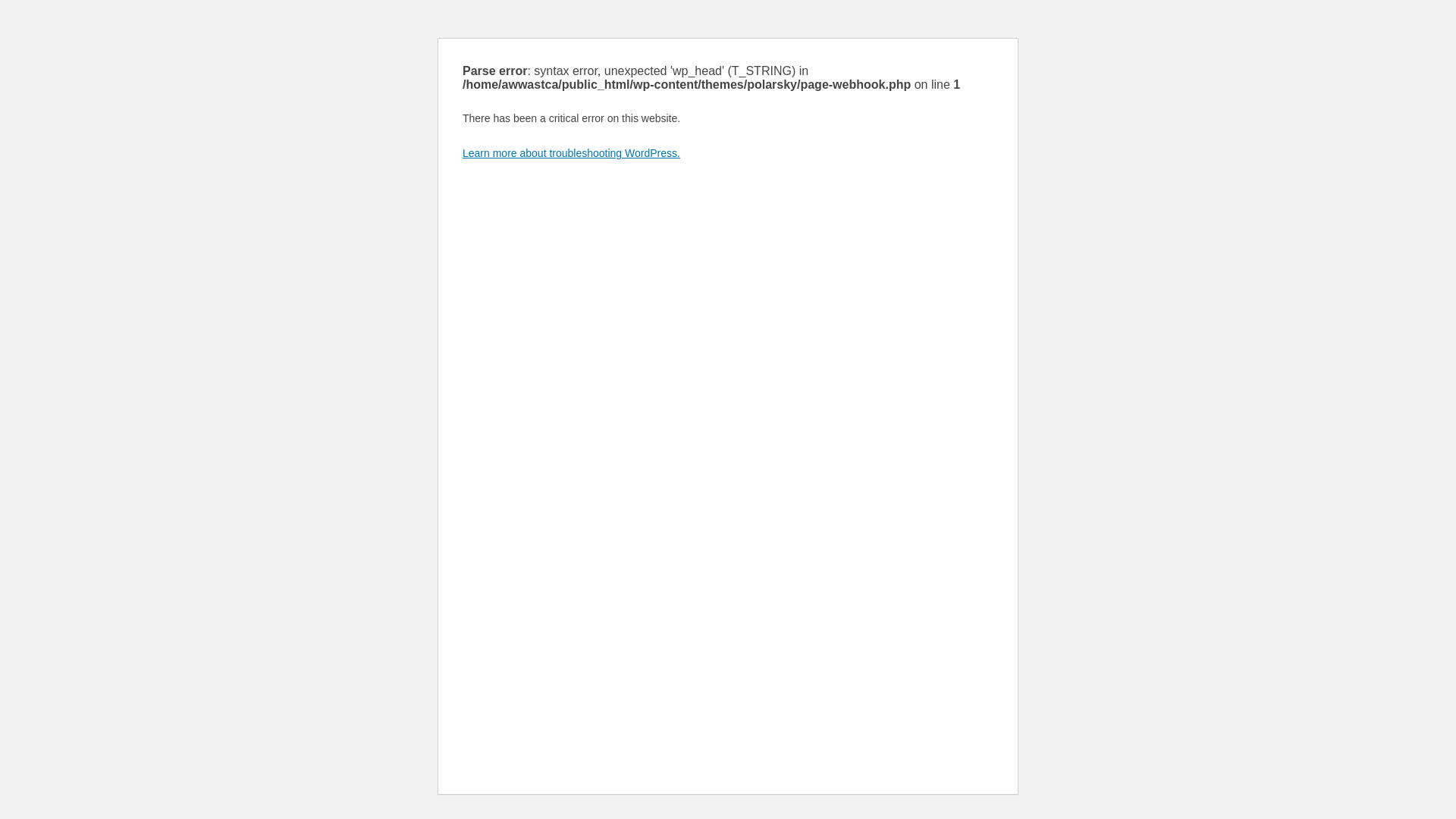 The width and height of the screenshot is (1456, 819). Describe the element at coordinates (570, 152) in the screenshot. I see `'Learn more about troubleshooting WordPress.'` at that location.